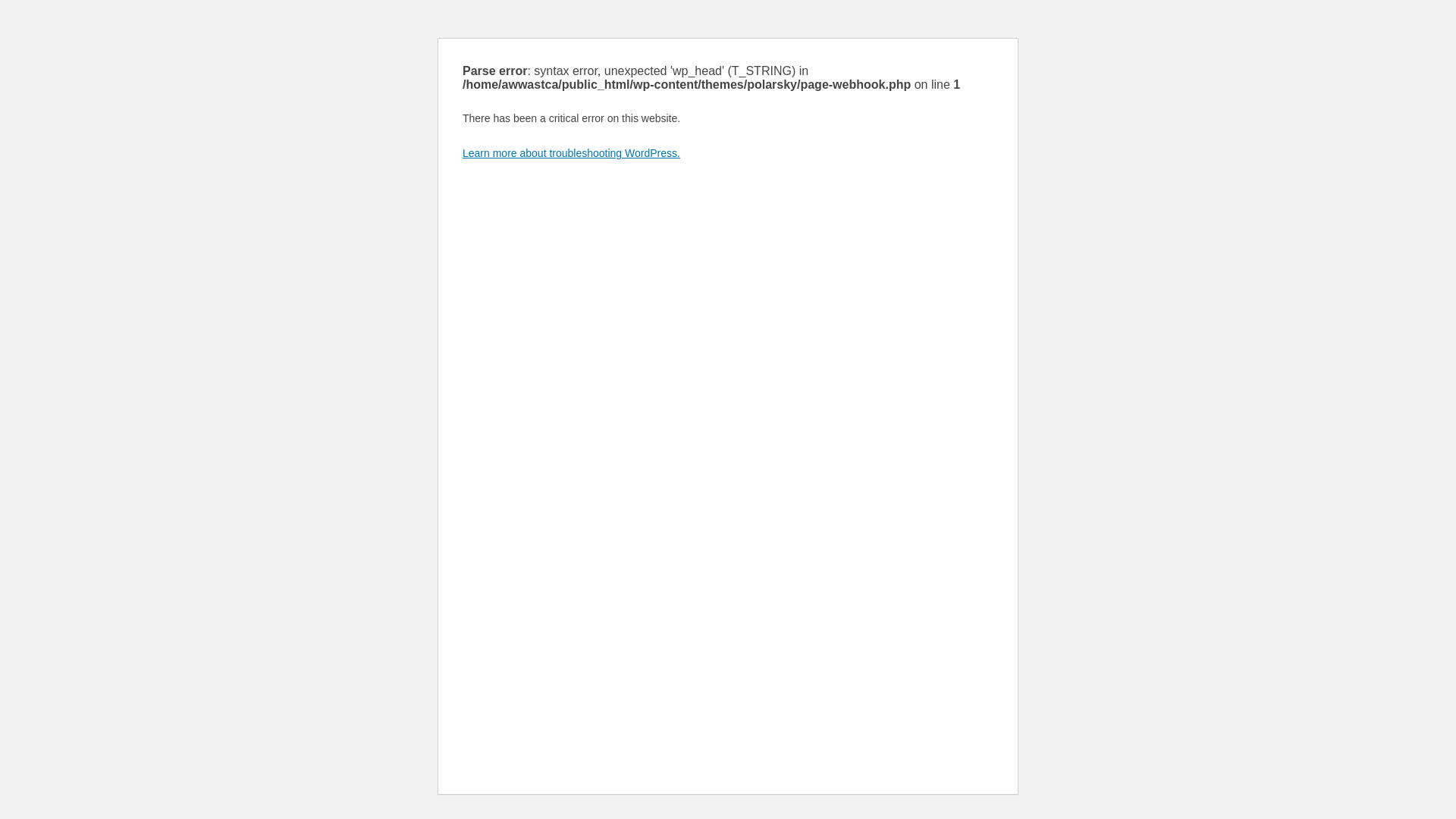 The width and height of the screenshot is (1456, 819). Describe the element at coordinates (570, 152) in the screenshot. I see `'Learn more about troubleshooting WordPress.'` at that location.